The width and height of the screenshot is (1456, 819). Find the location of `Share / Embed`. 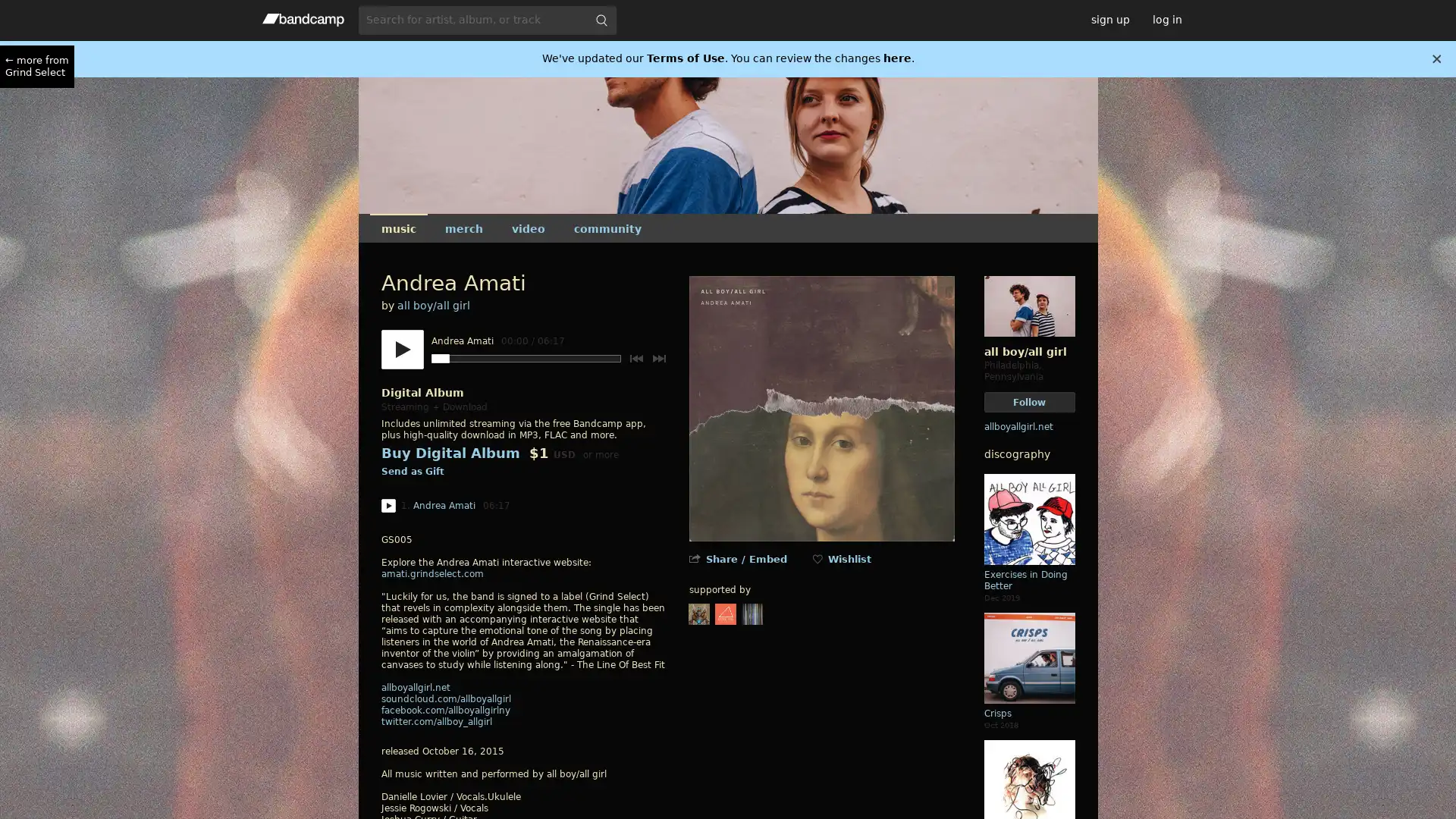

Share / Embed is located at coordinates (745, 559).